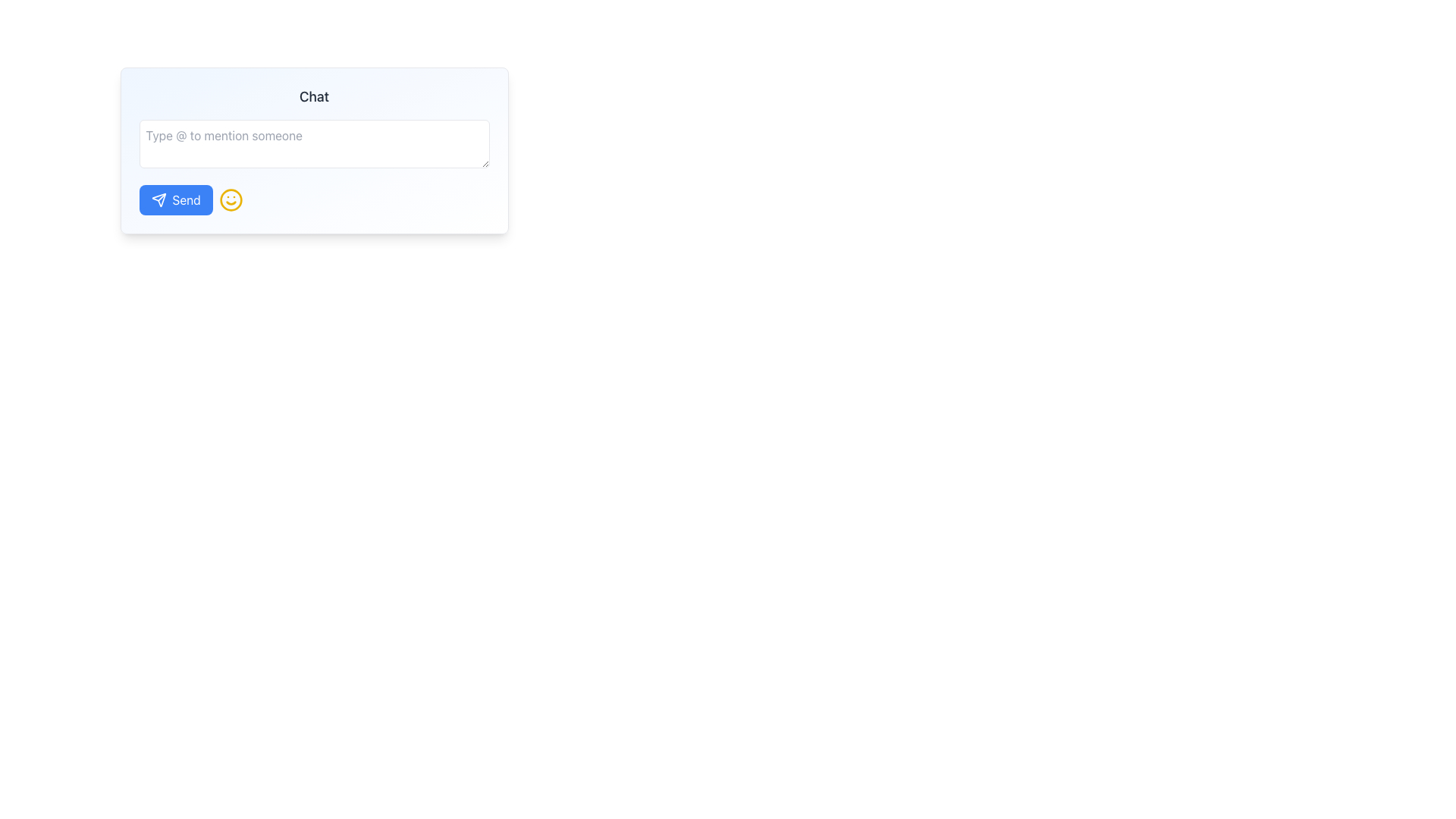 The height and width of the screenshot is (819, 1456). I want to click on the Text Input Field at the top section of the chat interface by pressing the tab key, so click(313, 143).